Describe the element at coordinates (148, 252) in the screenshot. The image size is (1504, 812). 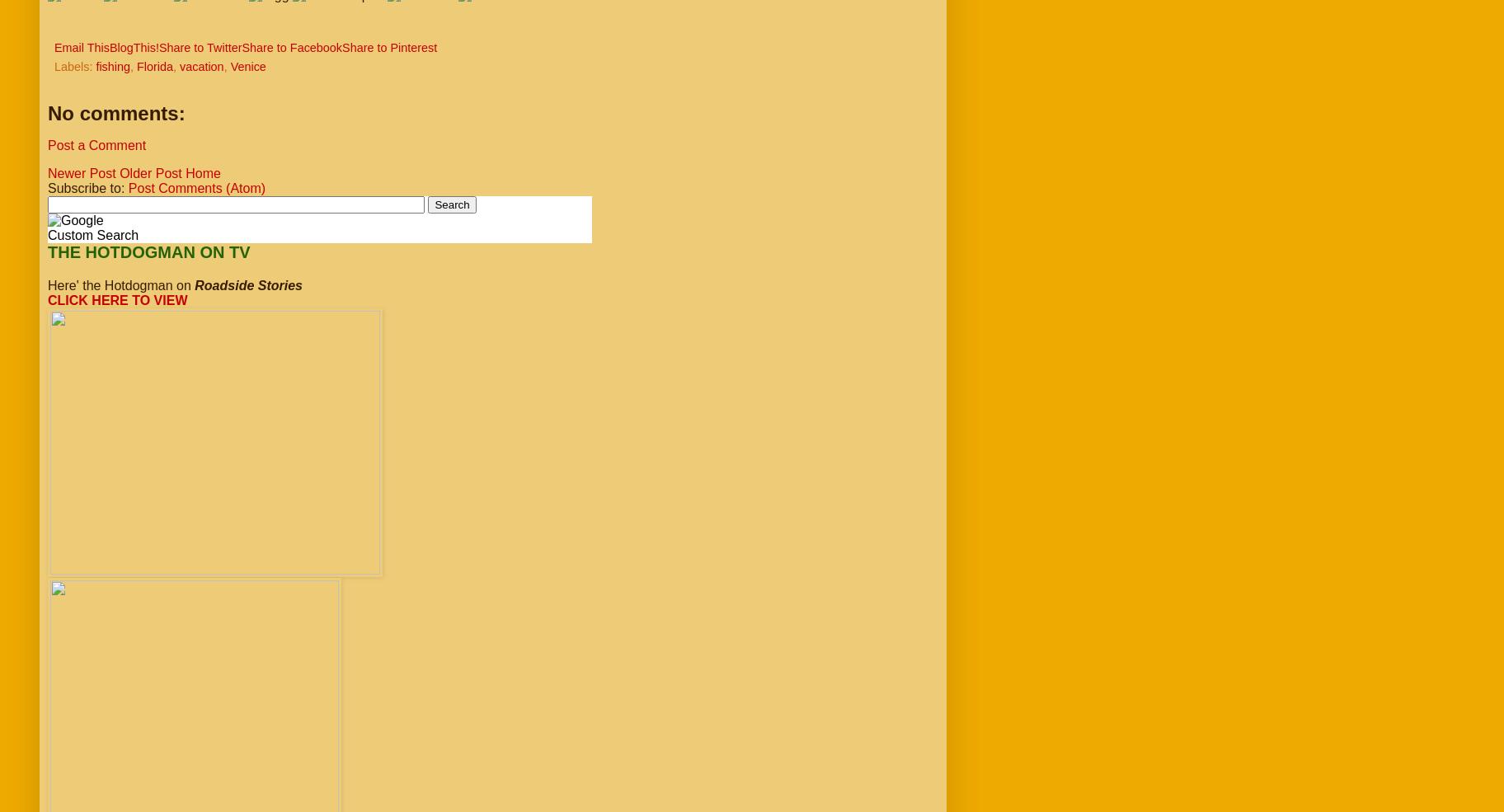
I see `'The Hotdogman on TV'` at that location.